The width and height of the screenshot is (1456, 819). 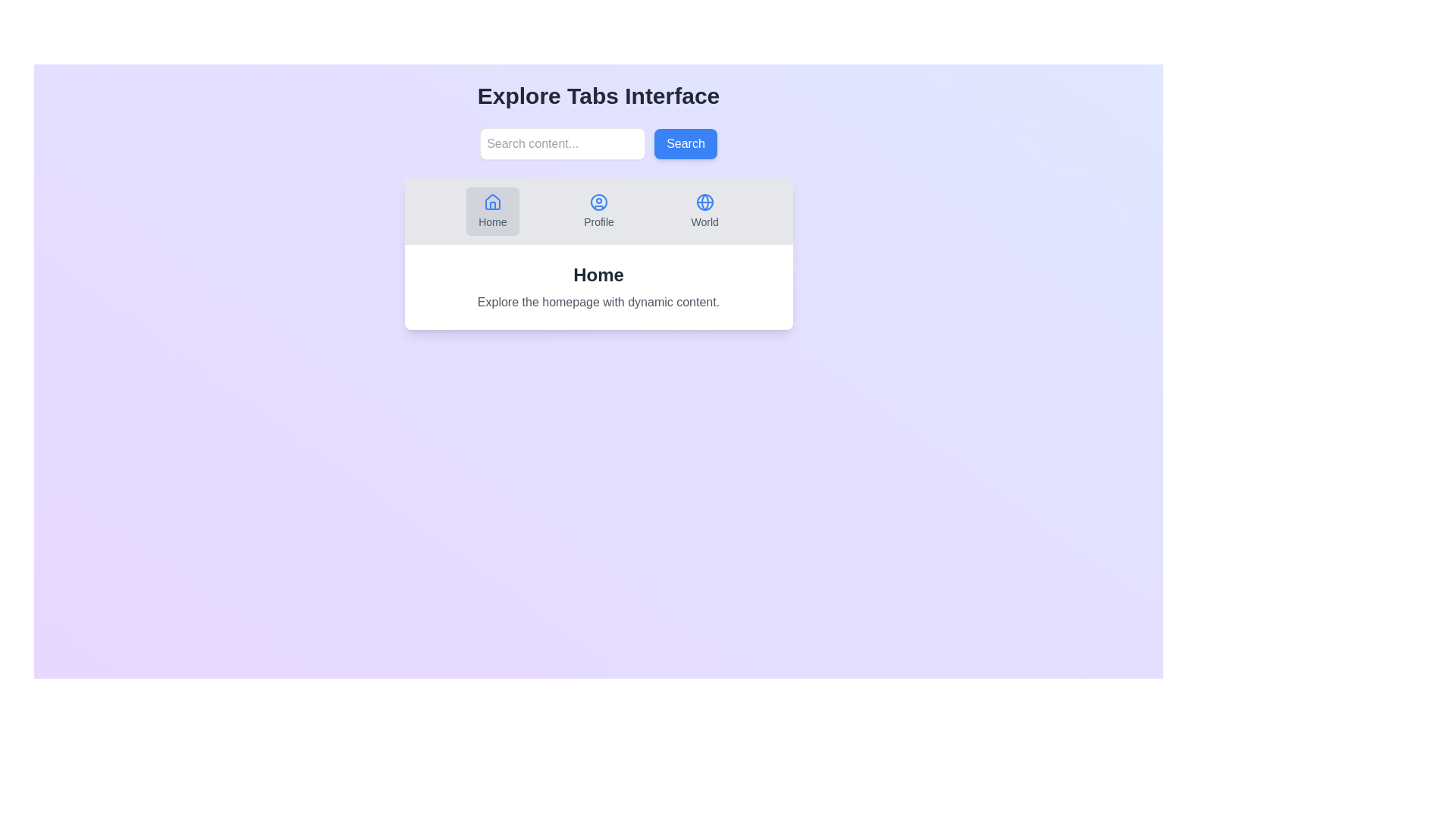 I want to click on the search button to execute the search action, so click(x=685, y=143).